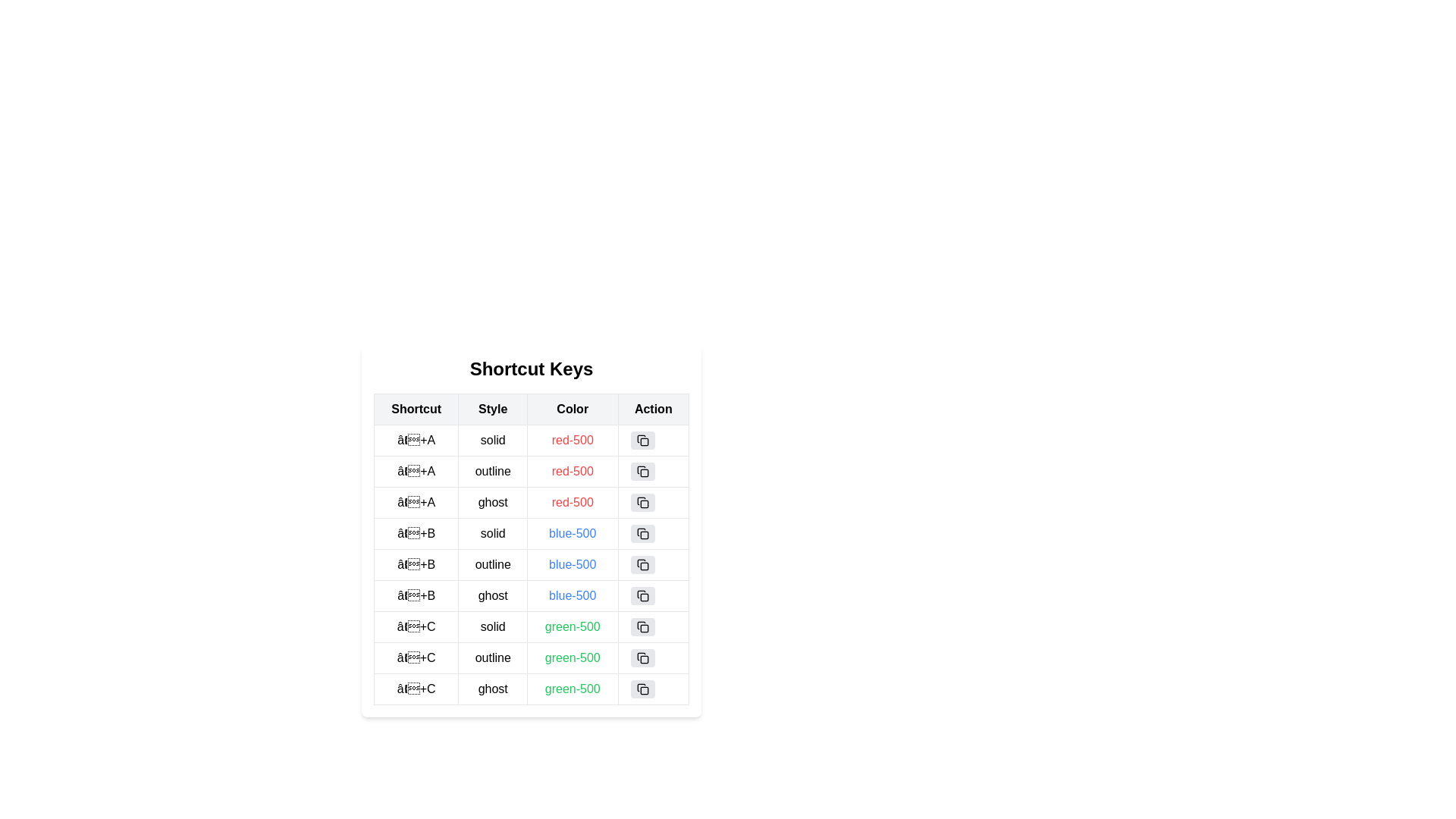 The height and width of the screenshot is (819, 1456). What do you see at coordinates (642, 595) in the screenshot?
I see `the copy button represented by two overlapping squares icon, located in the bottom-right corner of the 'ghost' button in the 'blue-500' row under the 'Action' column` at bounding box center [642, 595].